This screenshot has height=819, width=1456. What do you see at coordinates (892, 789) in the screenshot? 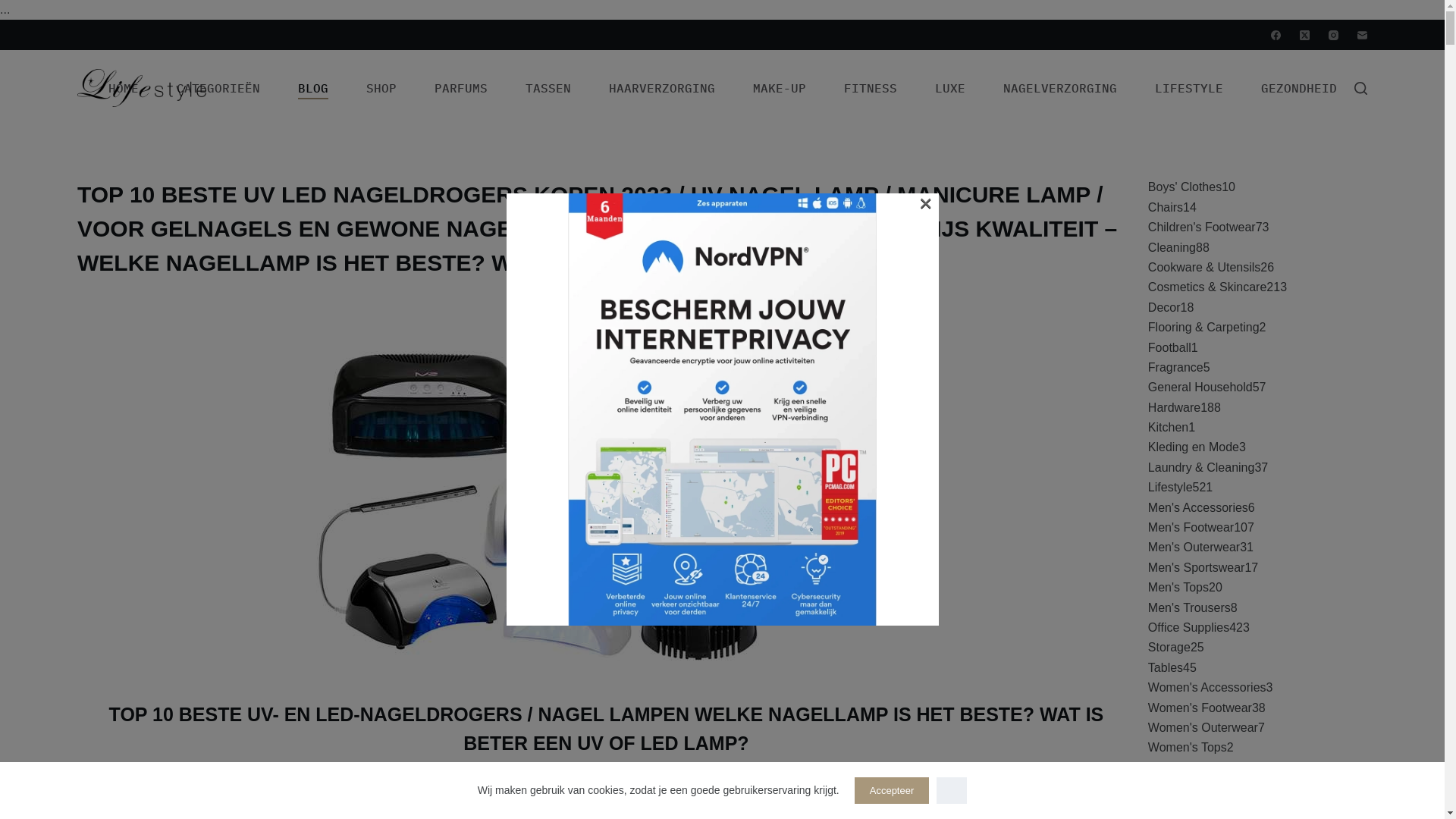
I see `'Accepteer'` at bounding box center [892, 789].